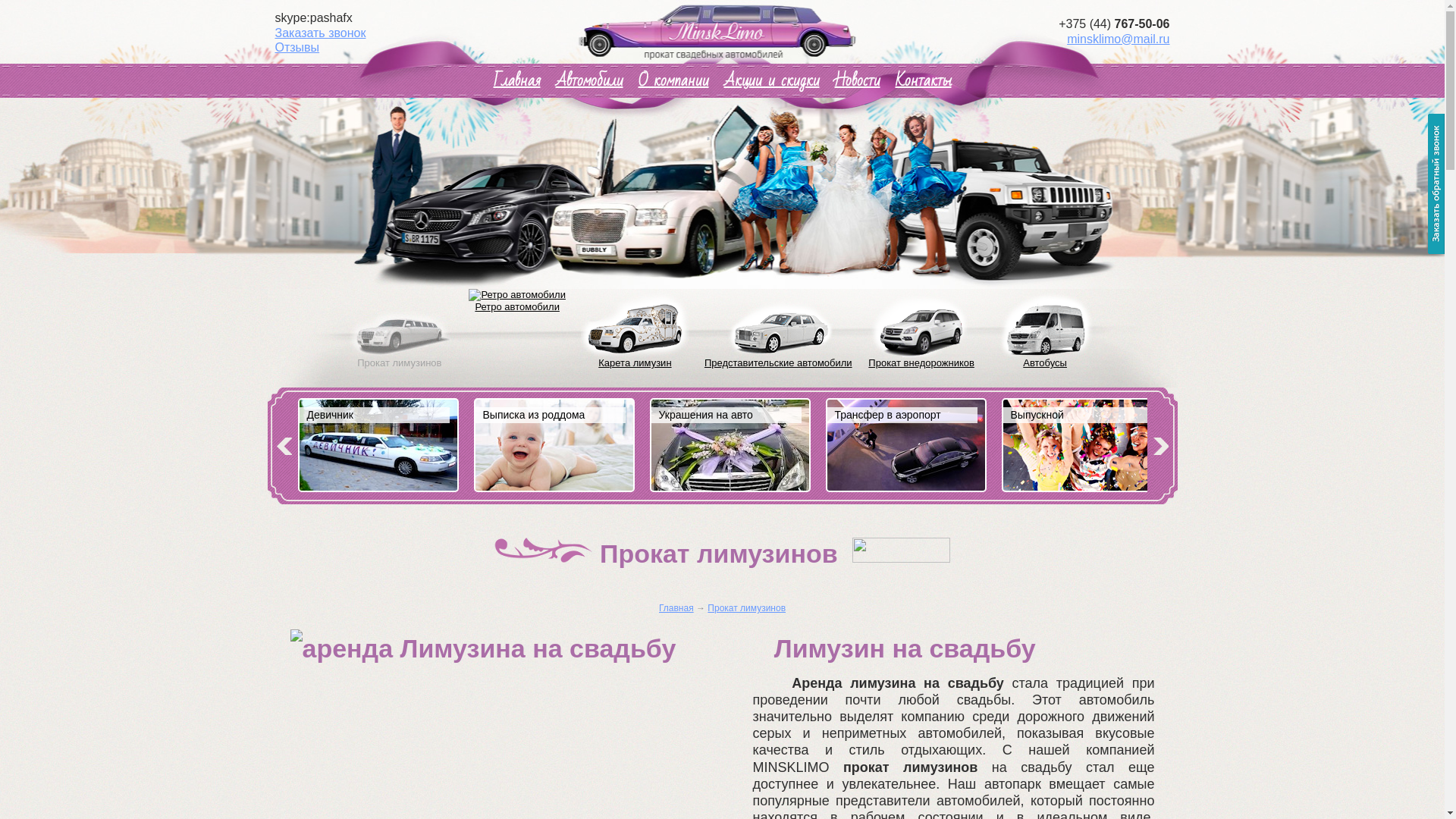  Describe the element at coordinates (473, 446) in the screenshot. I see `'#slide_55'` at that location.